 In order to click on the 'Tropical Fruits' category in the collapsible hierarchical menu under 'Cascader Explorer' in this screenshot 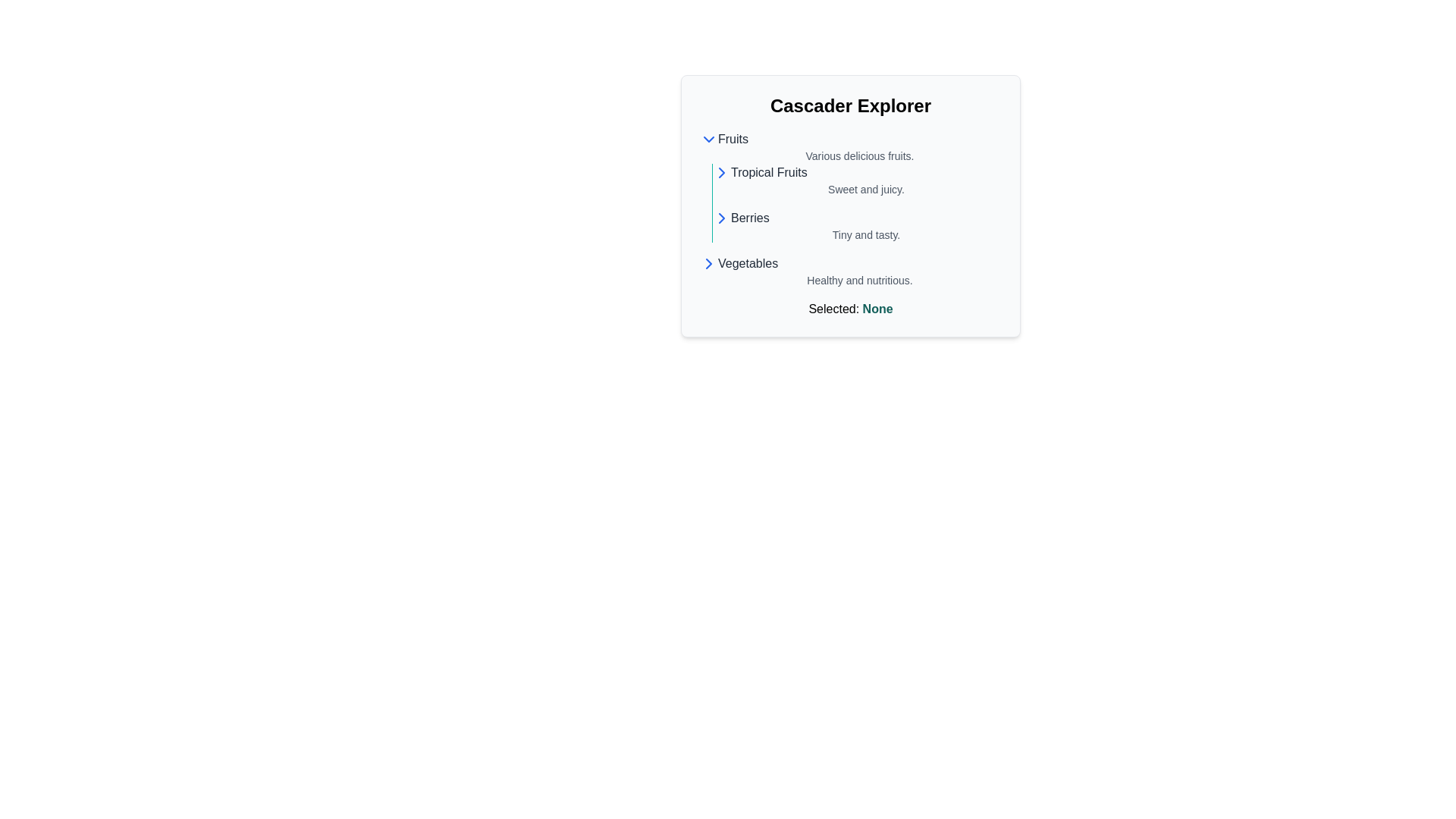, I will do `click(851, 209)`.